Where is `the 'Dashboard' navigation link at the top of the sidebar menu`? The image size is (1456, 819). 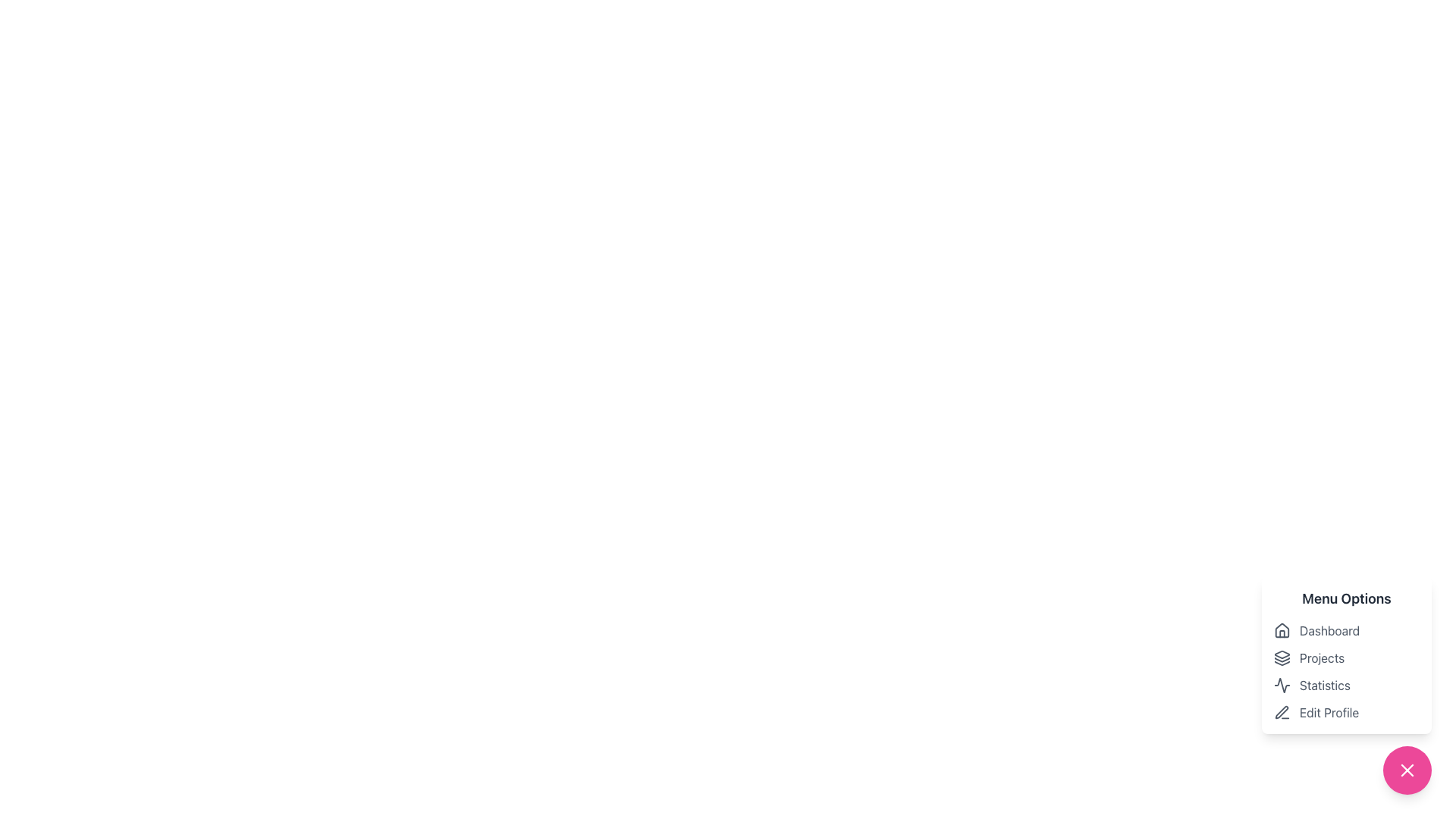
the 'Dashboard' navigation link at the top of the sidebar menu is located at coordinates (1347, 631).